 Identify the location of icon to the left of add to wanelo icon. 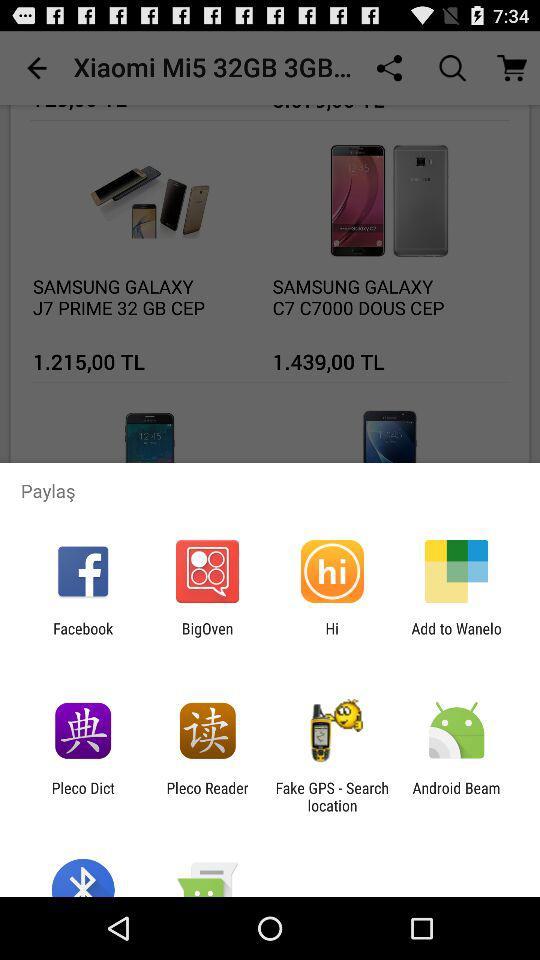
(332, 636).